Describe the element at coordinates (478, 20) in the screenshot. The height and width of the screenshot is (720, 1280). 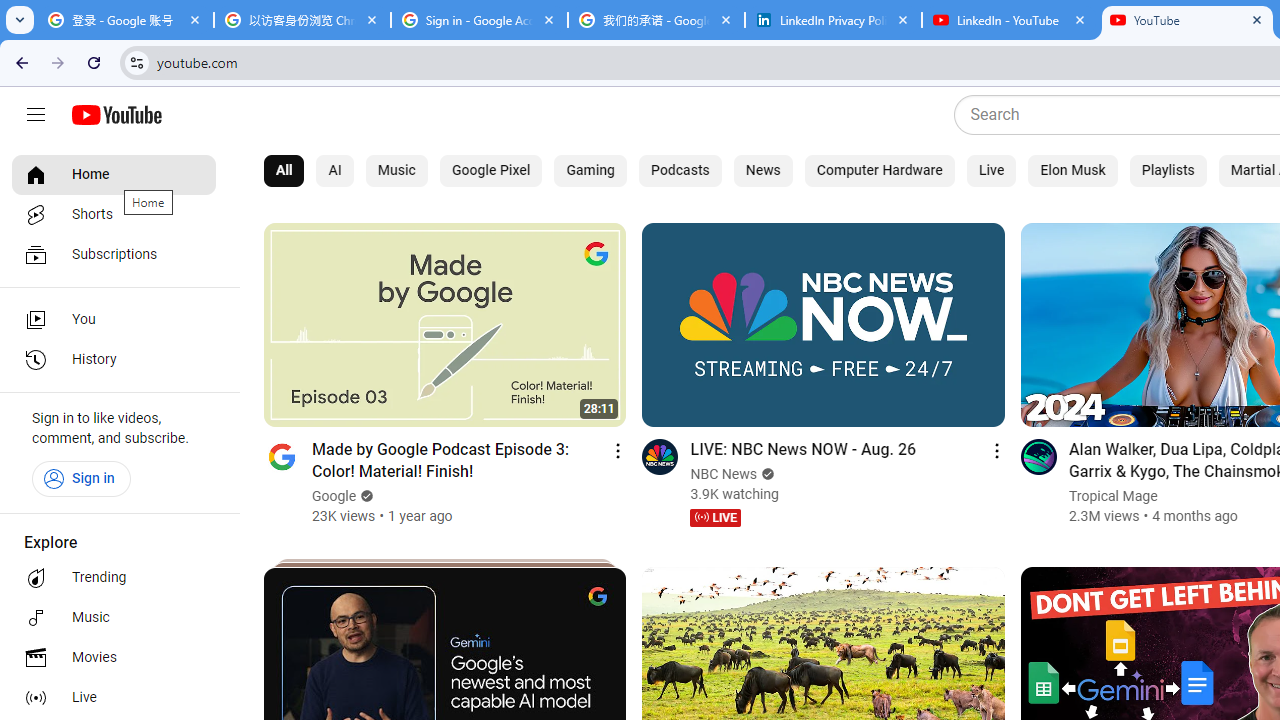
I see `'Sign in - Google Accounts'` at that location.